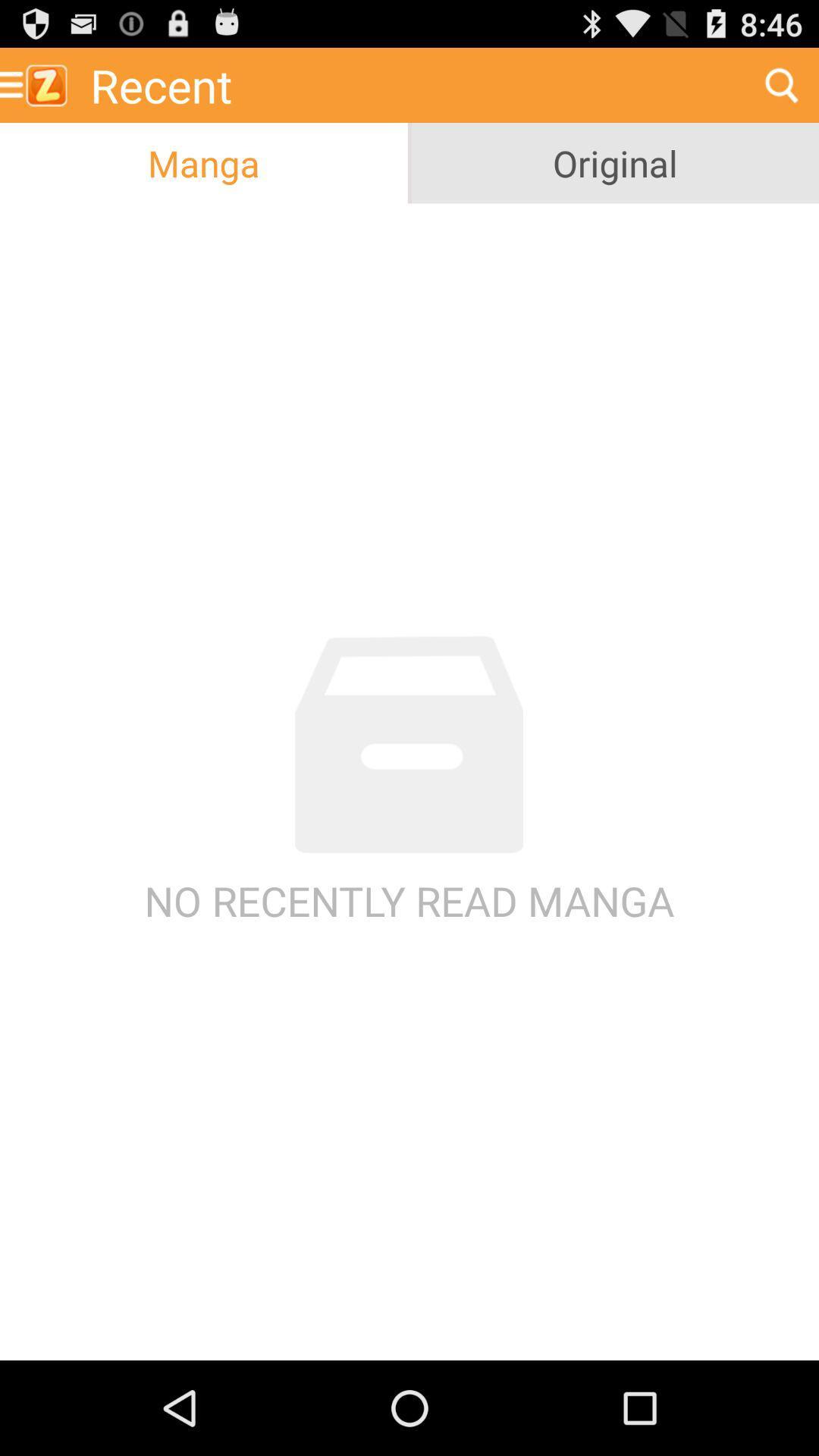 The height and width of the screenshot is (1456, 819). I want to click on the search icon, so click(781, 90).